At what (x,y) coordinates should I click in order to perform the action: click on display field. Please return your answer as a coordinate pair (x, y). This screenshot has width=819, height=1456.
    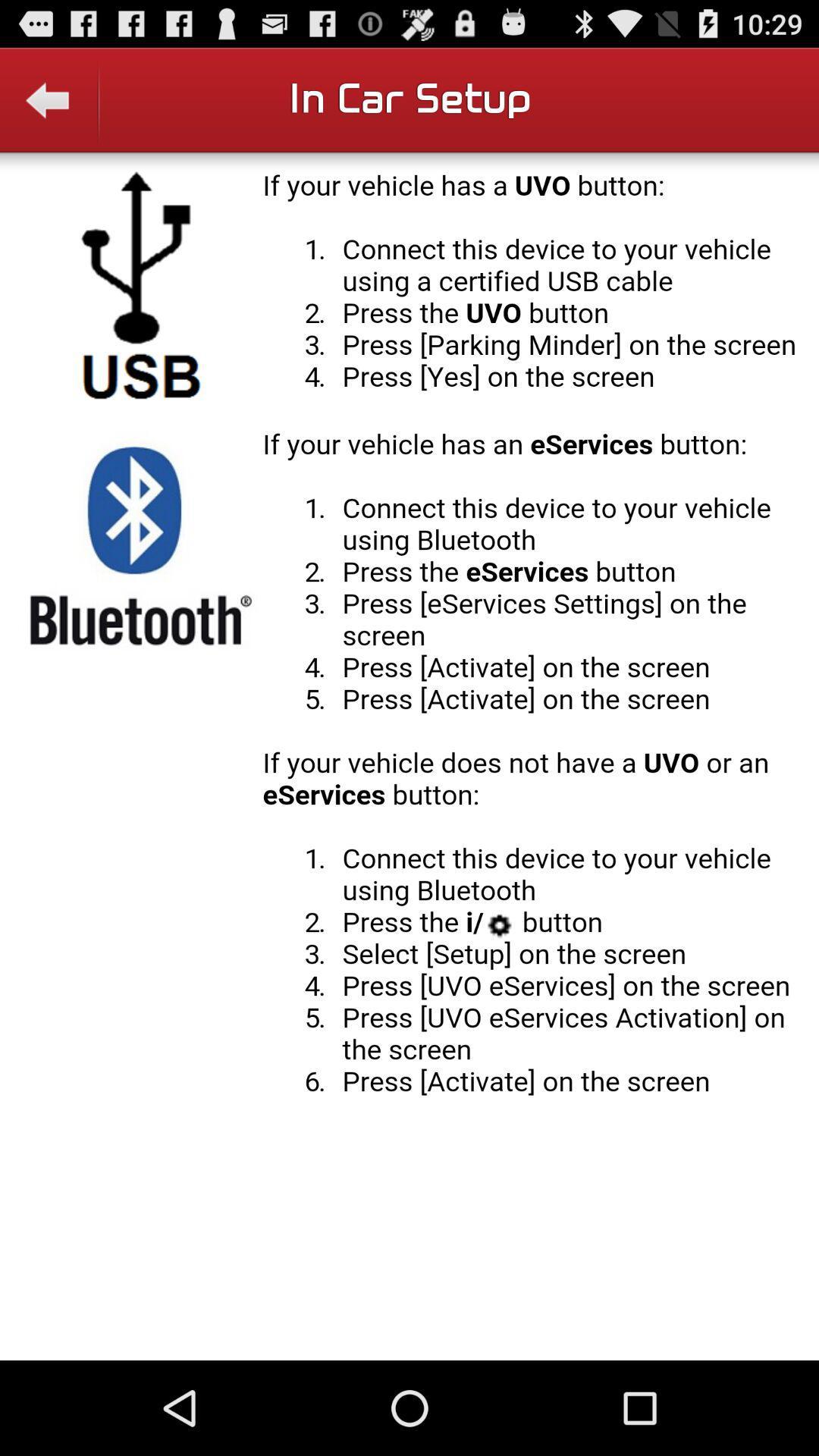
    Looking at the image, I should click on (409, 756).